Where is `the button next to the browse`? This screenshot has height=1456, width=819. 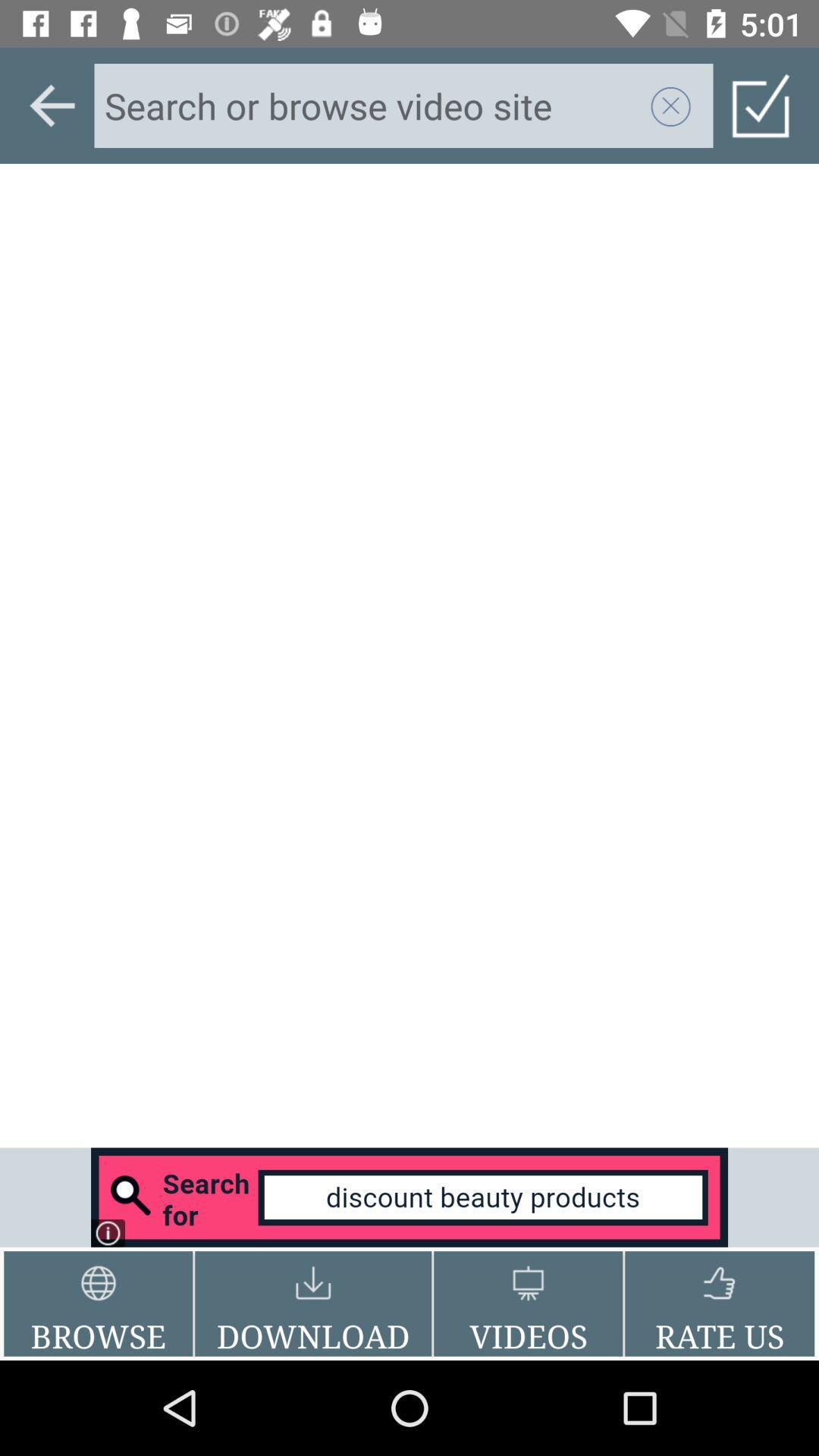 the button next to the browse is located at coordinates (312, 1303).